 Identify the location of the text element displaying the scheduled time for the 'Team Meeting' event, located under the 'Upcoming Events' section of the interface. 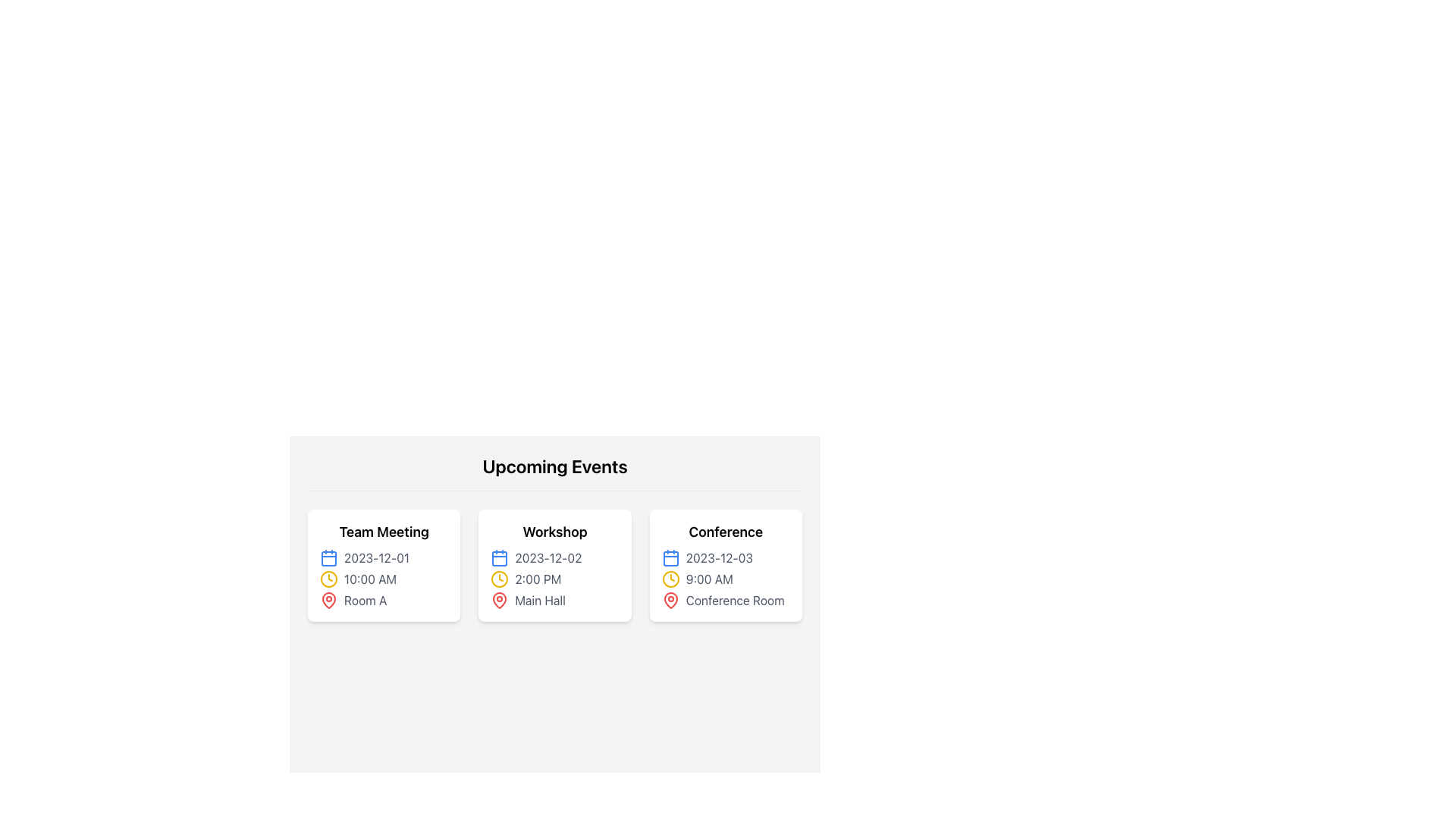
(384, 579).